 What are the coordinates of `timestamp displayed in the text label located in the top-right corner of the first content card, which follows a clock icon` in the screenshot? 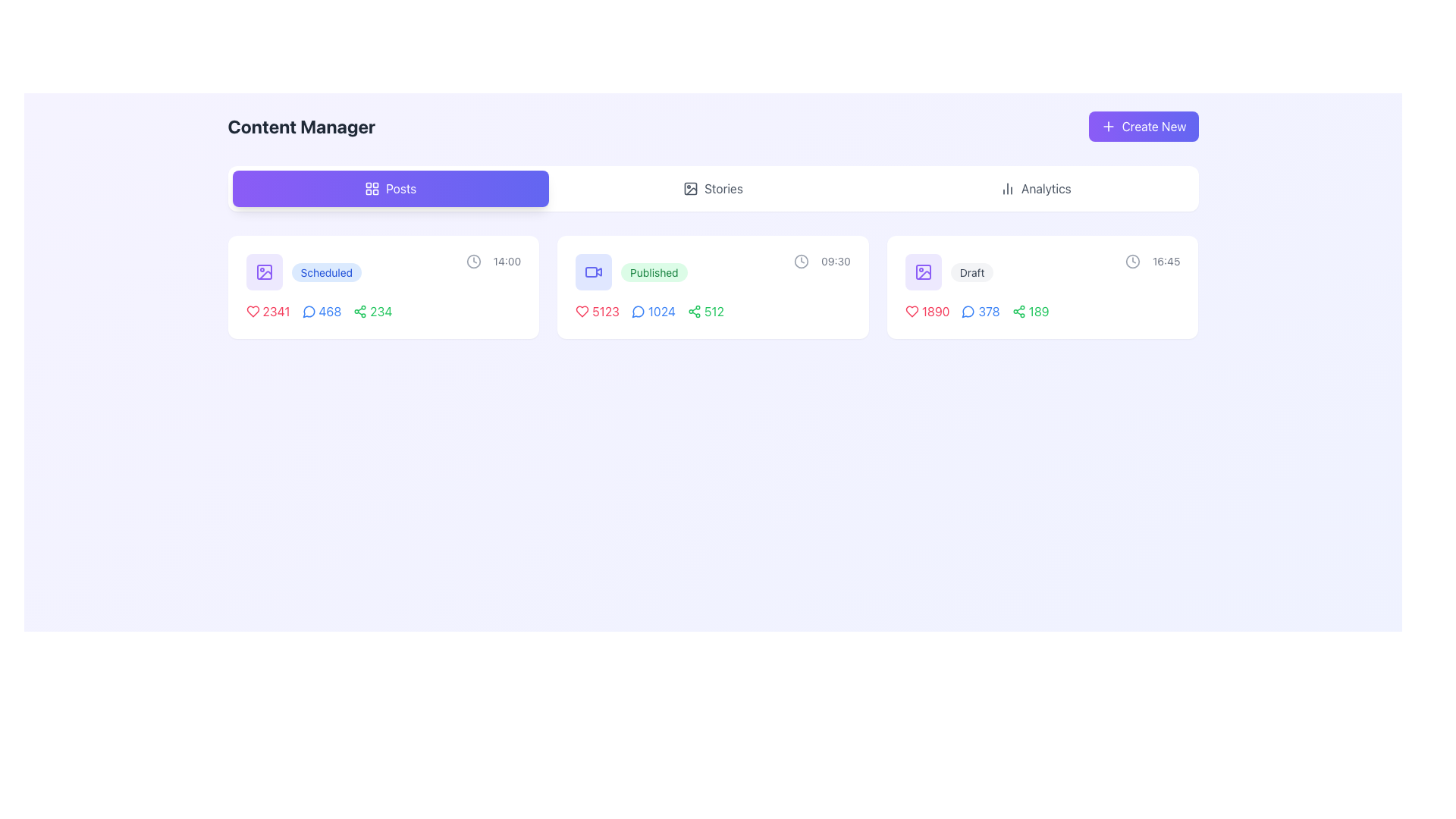 It's located at (507, 260).